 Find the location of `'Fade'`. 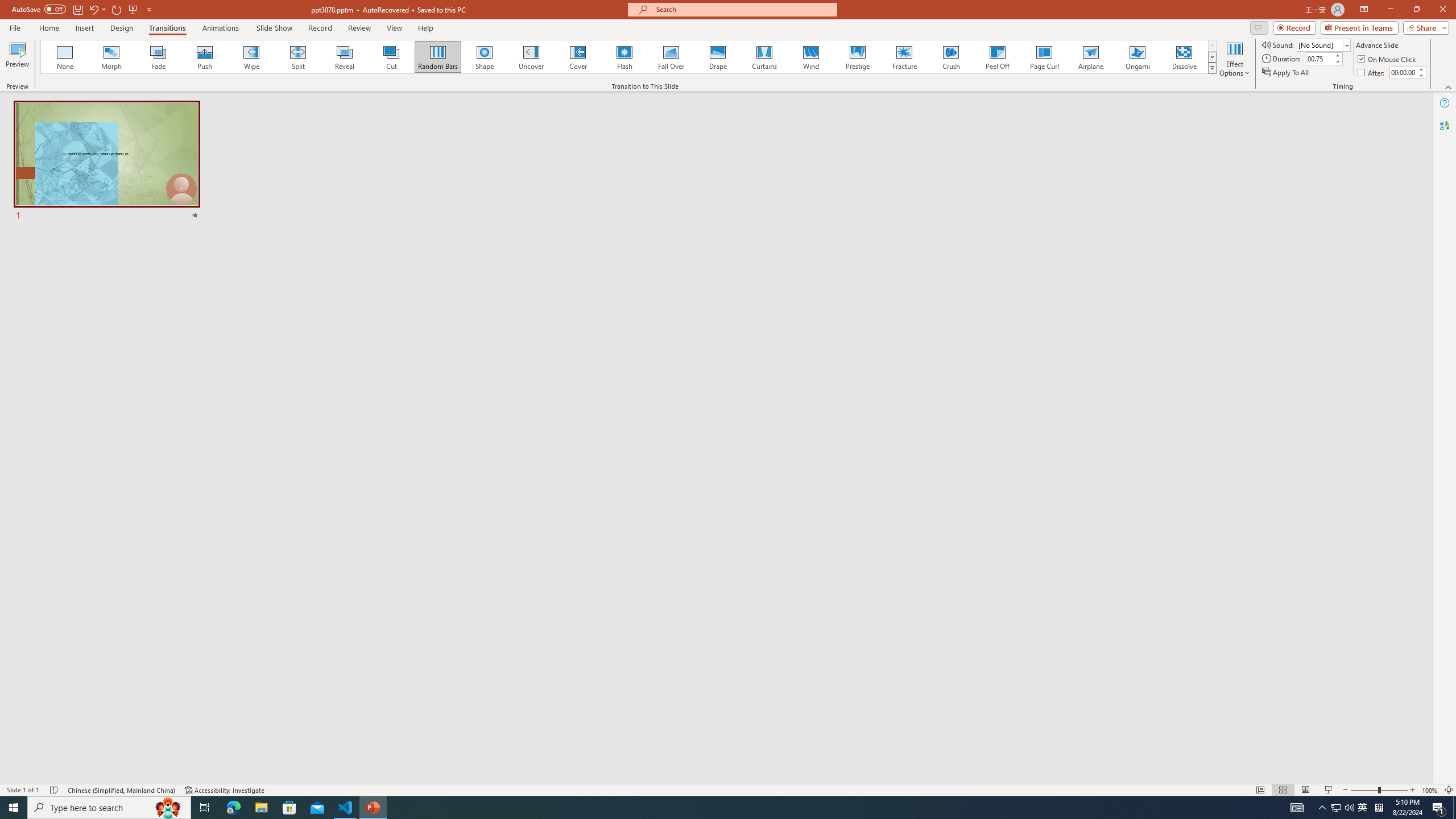

'Fade' is located at coordinates (158, 56).